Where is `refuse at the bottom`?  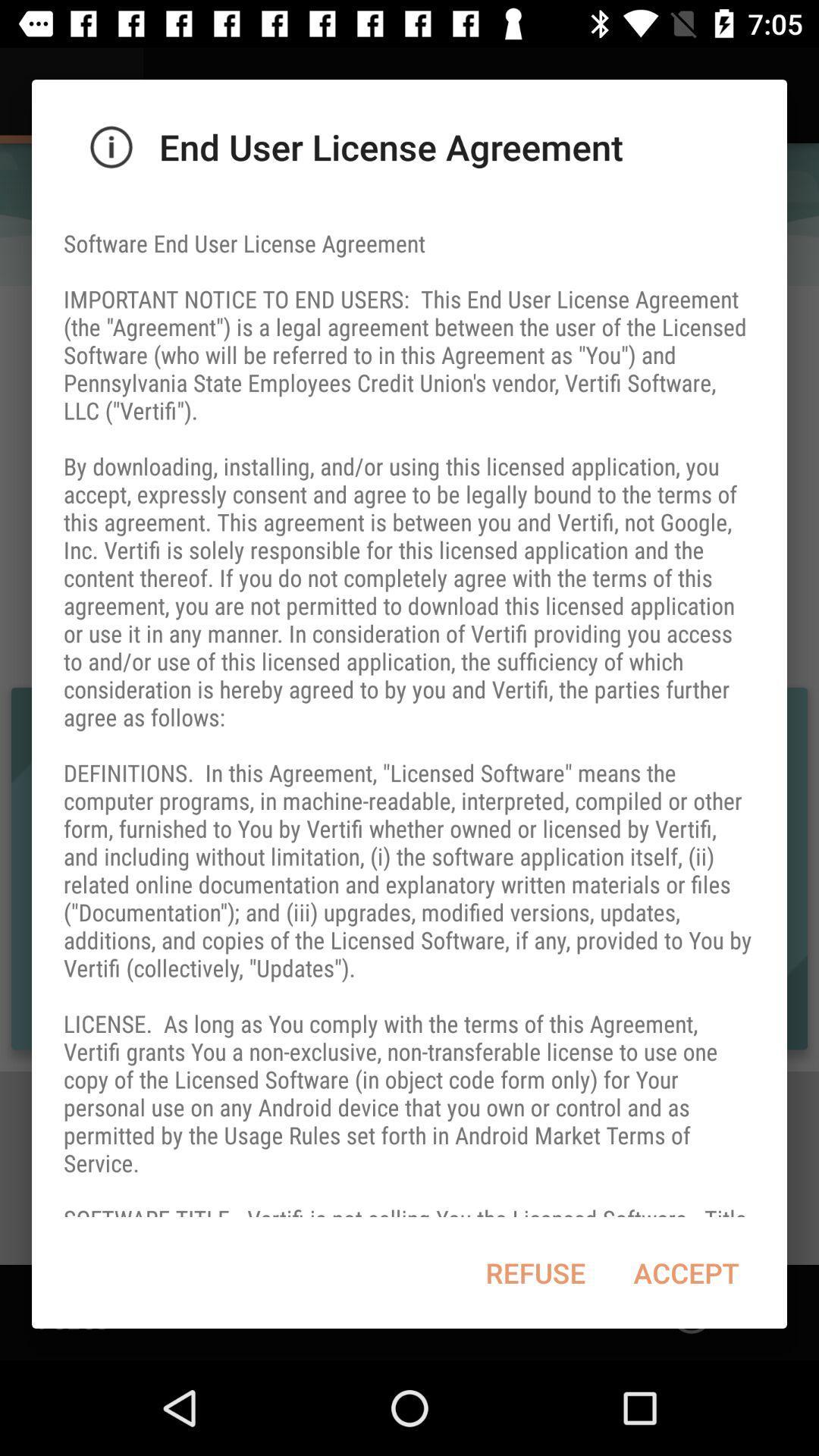
refuse at the bottom is located at coordinates (535, 1272).